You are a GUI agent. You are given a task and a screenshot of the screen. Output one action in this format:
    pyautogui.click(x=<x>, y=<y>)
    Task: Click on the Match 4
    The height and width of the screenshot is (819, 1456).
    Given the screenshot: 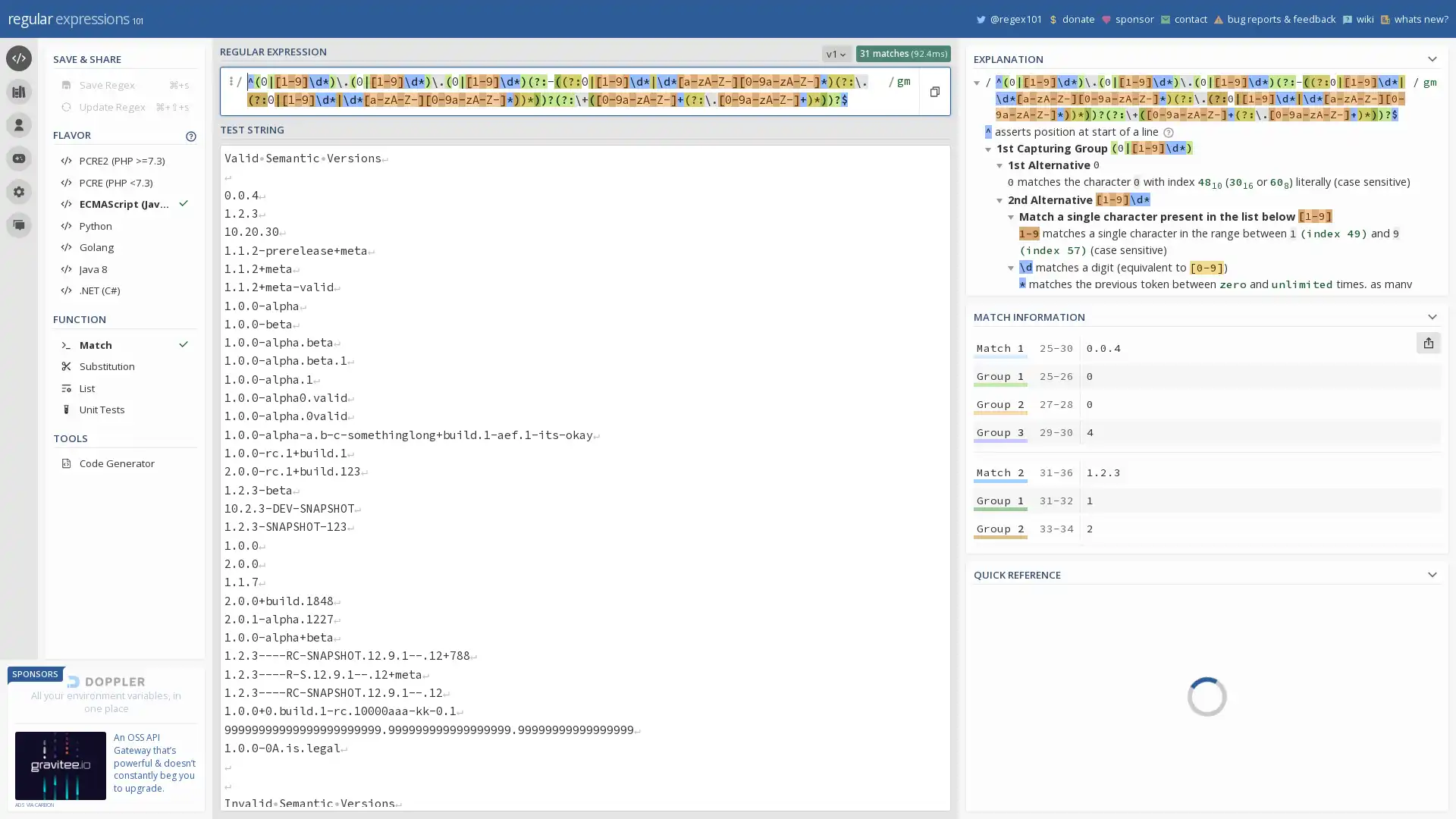 What is the action you would take?
    pyautogui.click(x=1000, y=720)
    